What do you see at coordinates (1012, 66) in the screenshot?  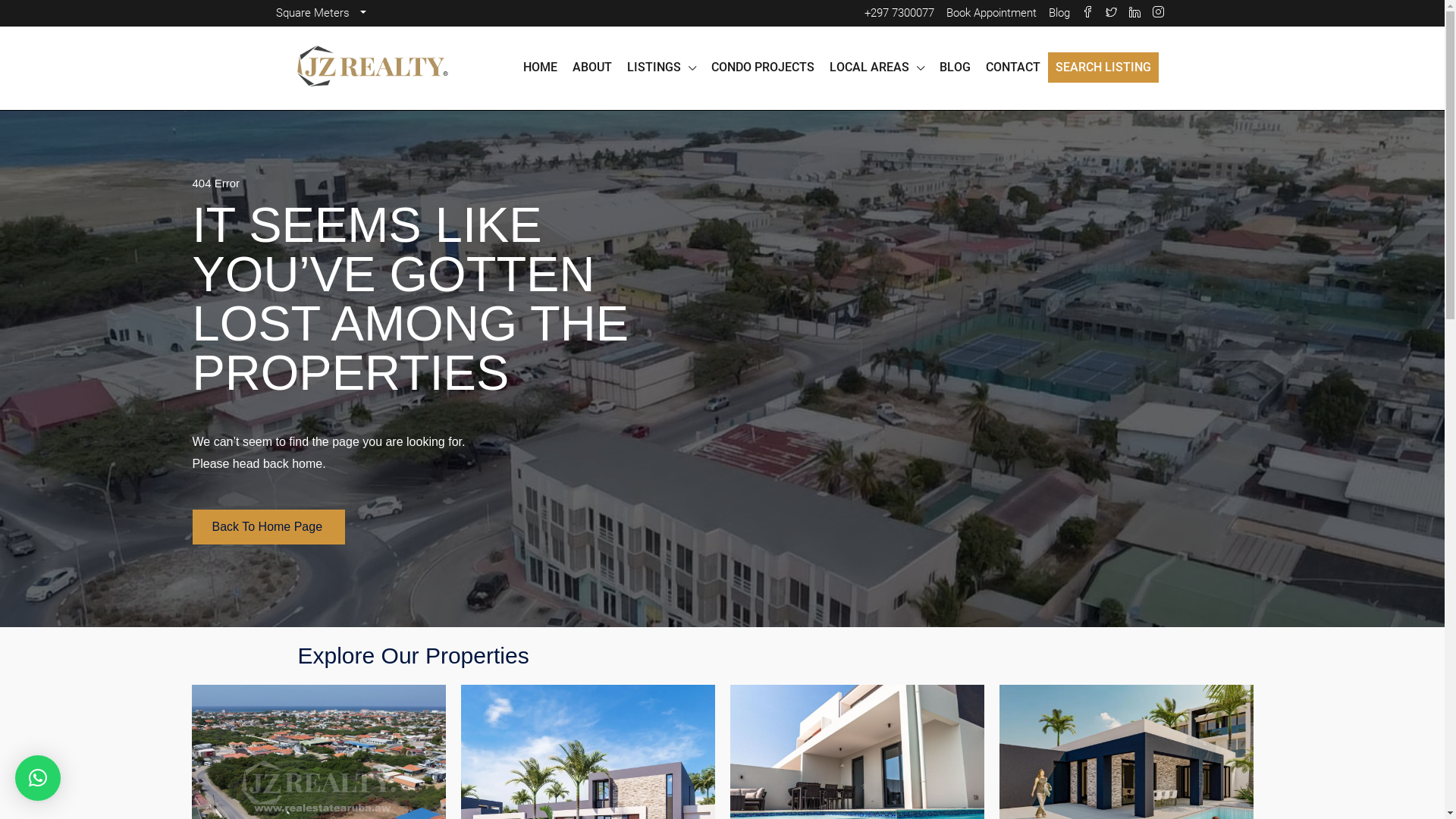 I see `'CONTACT'` at bounding box center [1012, 66].